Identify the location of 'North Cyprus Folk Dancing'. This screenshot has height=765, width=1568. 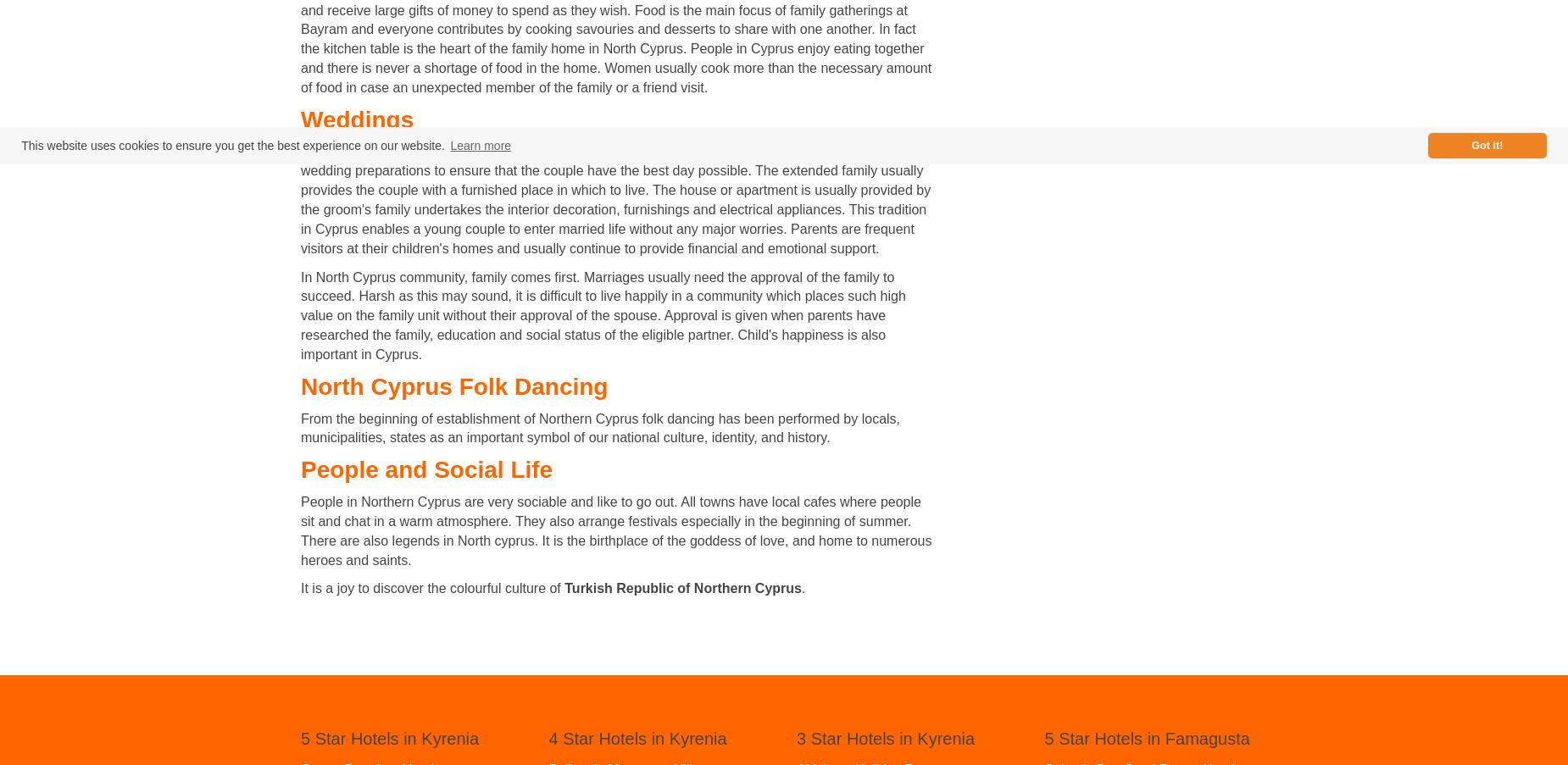
(453, 385).